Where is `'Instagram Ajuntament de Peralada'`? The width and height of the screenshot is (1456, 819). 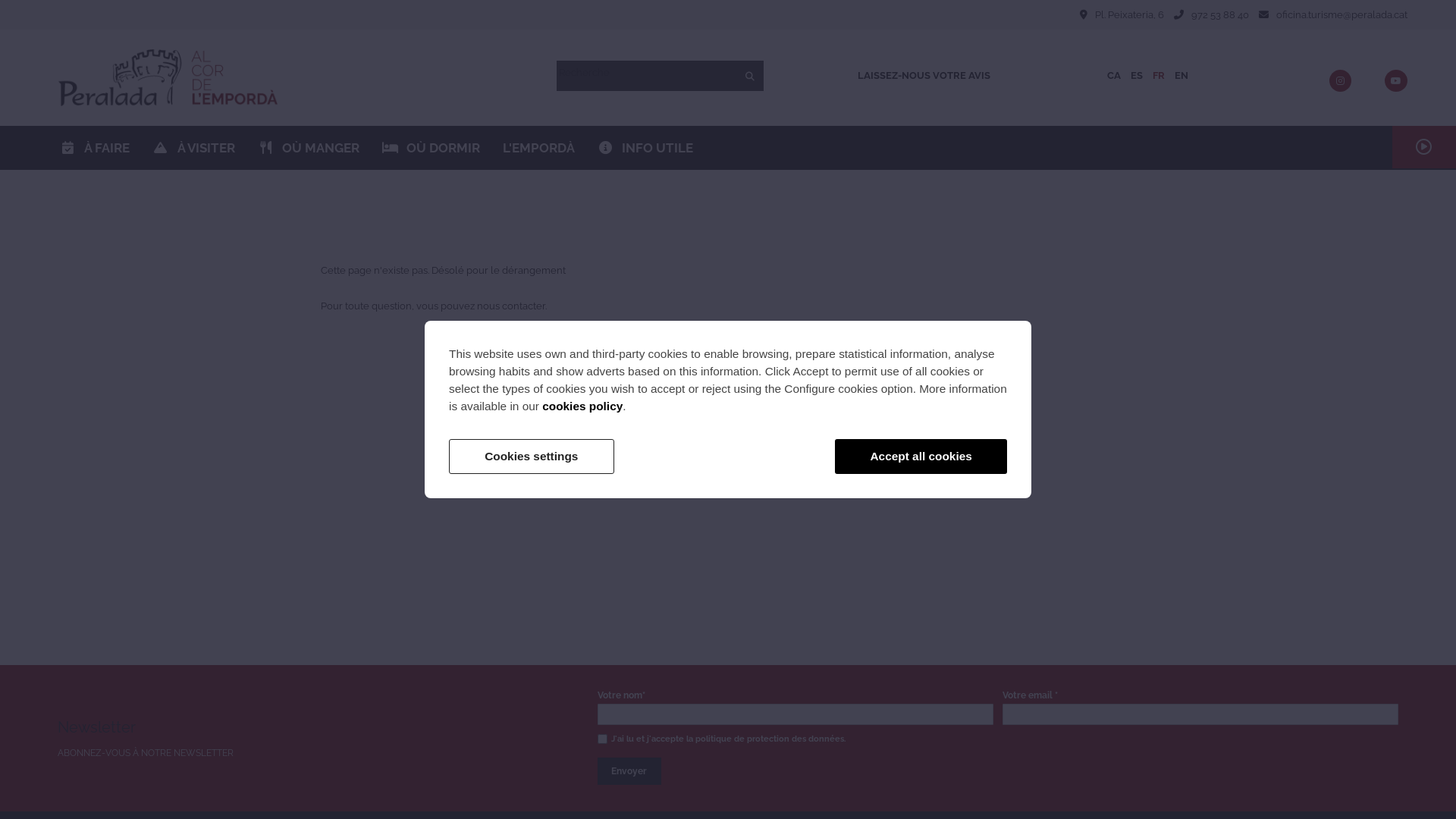
'Instagram Ajuntament de Peralada' is located at coordinates (1340, 81).